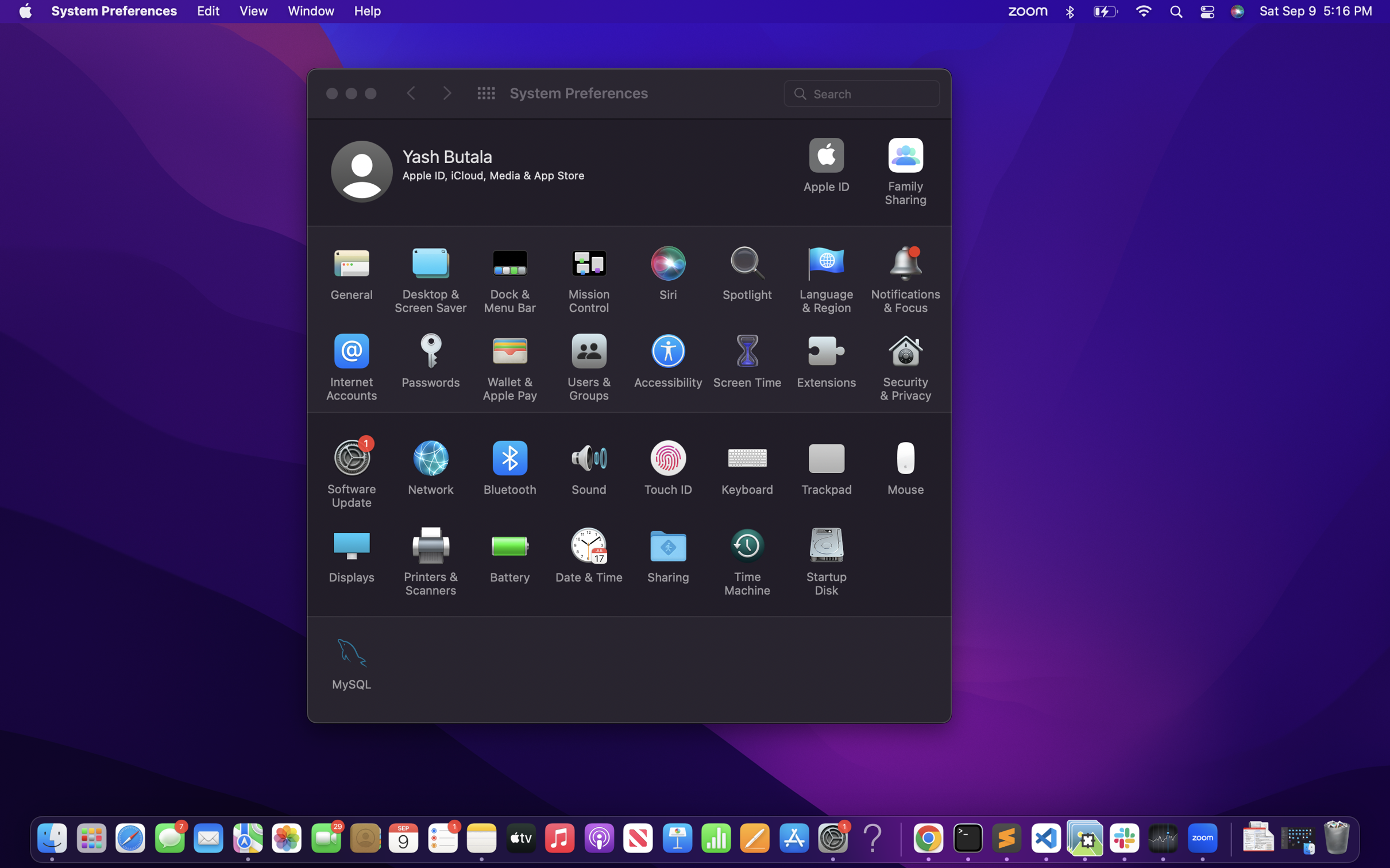  What do you see at coordinates (427, 559) in the screenshot?
I see `the preferences to alter the primary printer` at bounding box center [427, 559].